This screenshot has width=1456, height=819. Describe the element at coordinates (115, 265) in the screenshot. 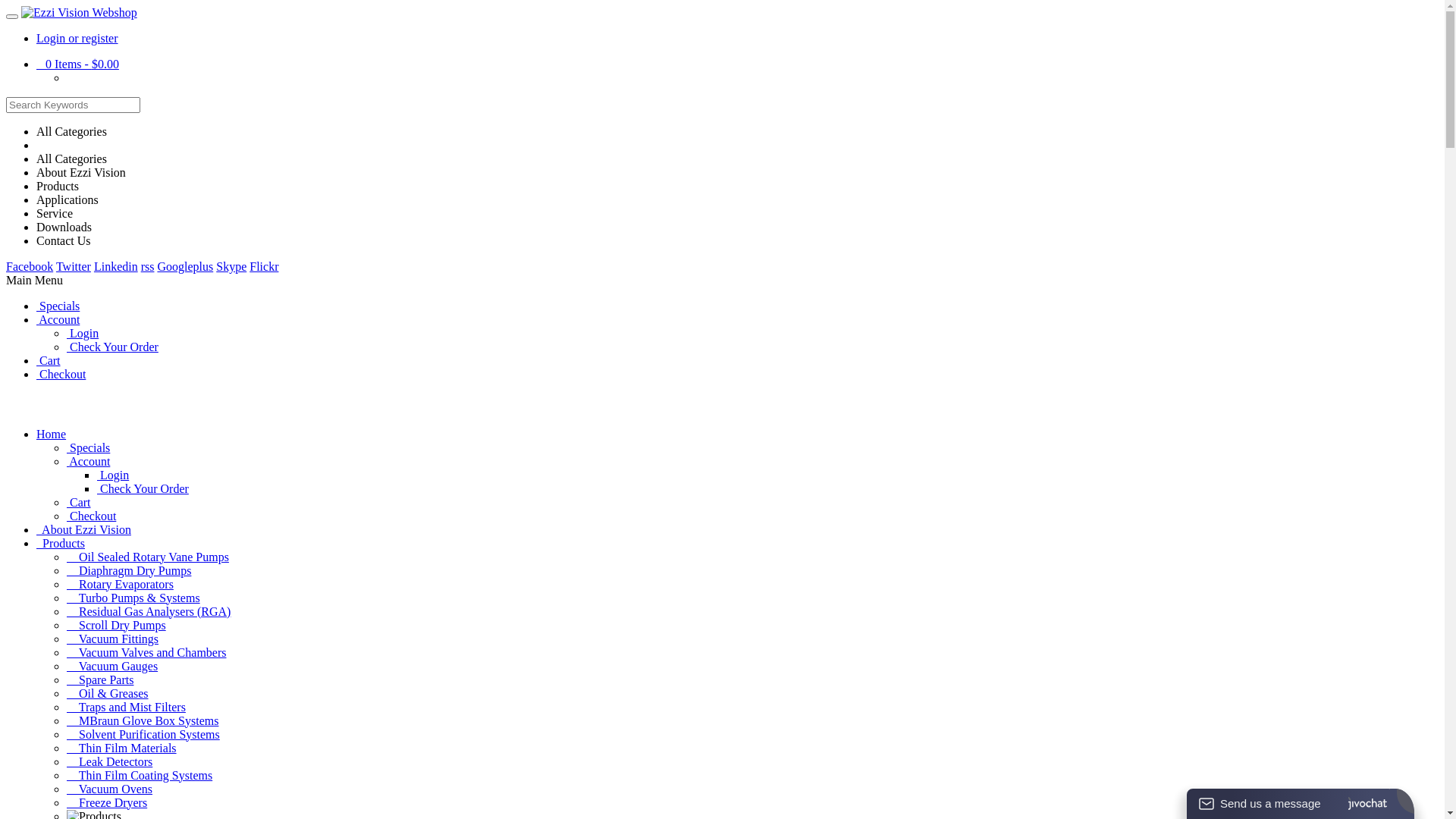

I see `'Linkedin'` at that location.